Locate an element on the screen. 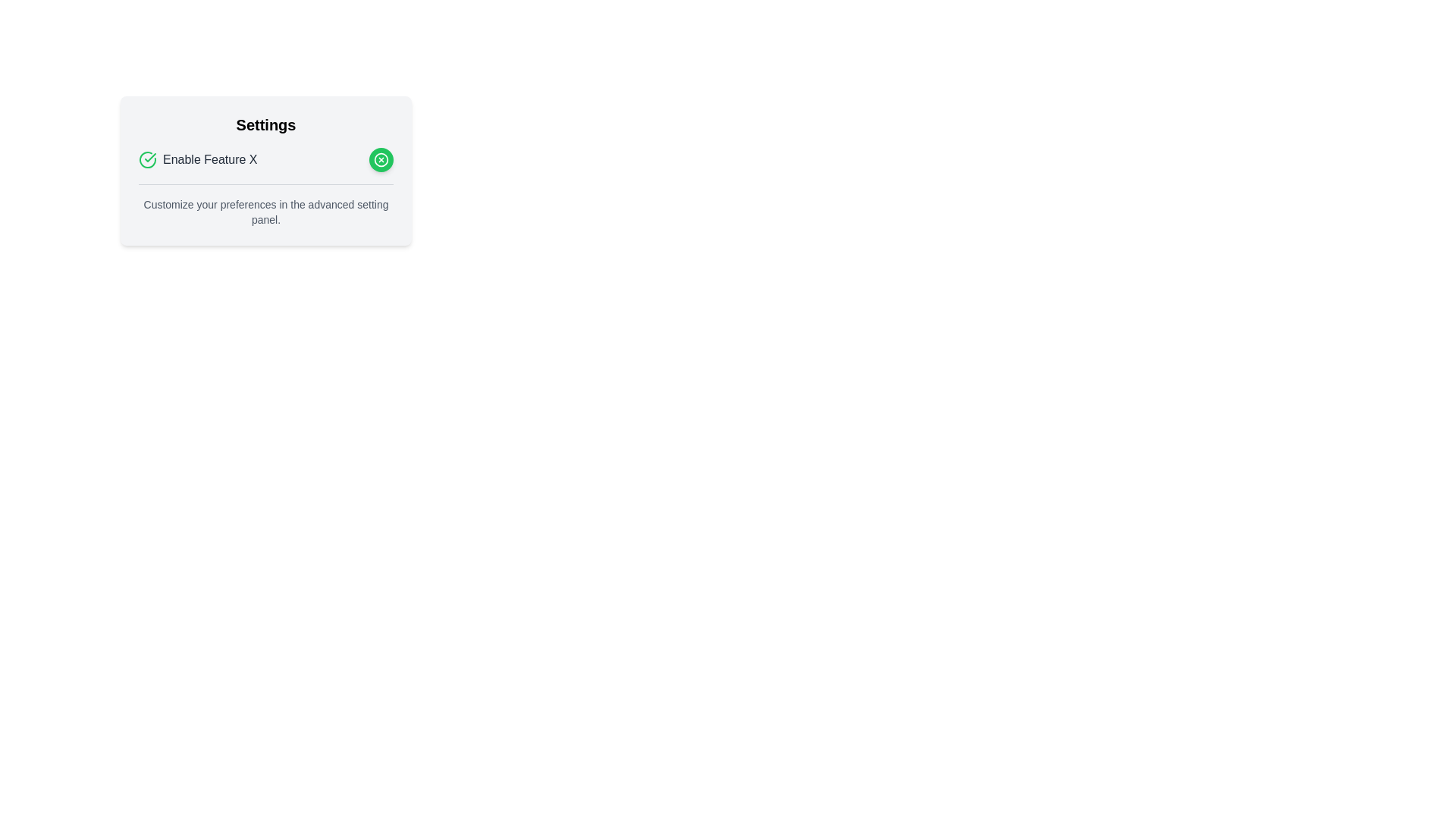 Image resolution: width=1456 pixels, height=819 pixels. the circular icon with a green background and white 'X' symbol, located to the right of the 'Enable Feature X' text in the settings card is located at coordinates (381, 160).